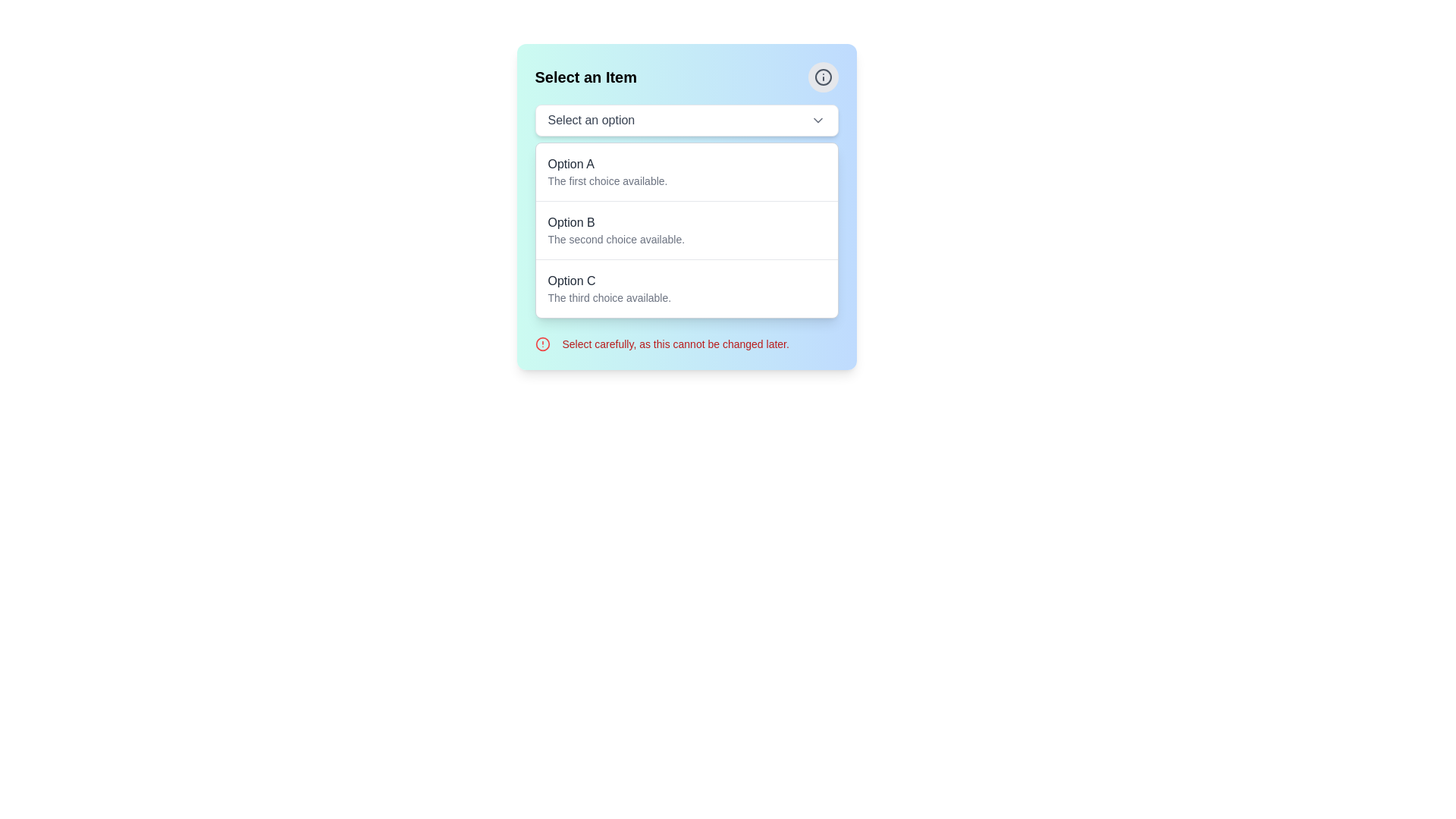  What do you see at coordinates (822, 77) in the screenshot?
I see `the information tooltip icon located at the top-right corner of the panel, near the 'Select an Item' dropdown` at bounding box center [822, 77].